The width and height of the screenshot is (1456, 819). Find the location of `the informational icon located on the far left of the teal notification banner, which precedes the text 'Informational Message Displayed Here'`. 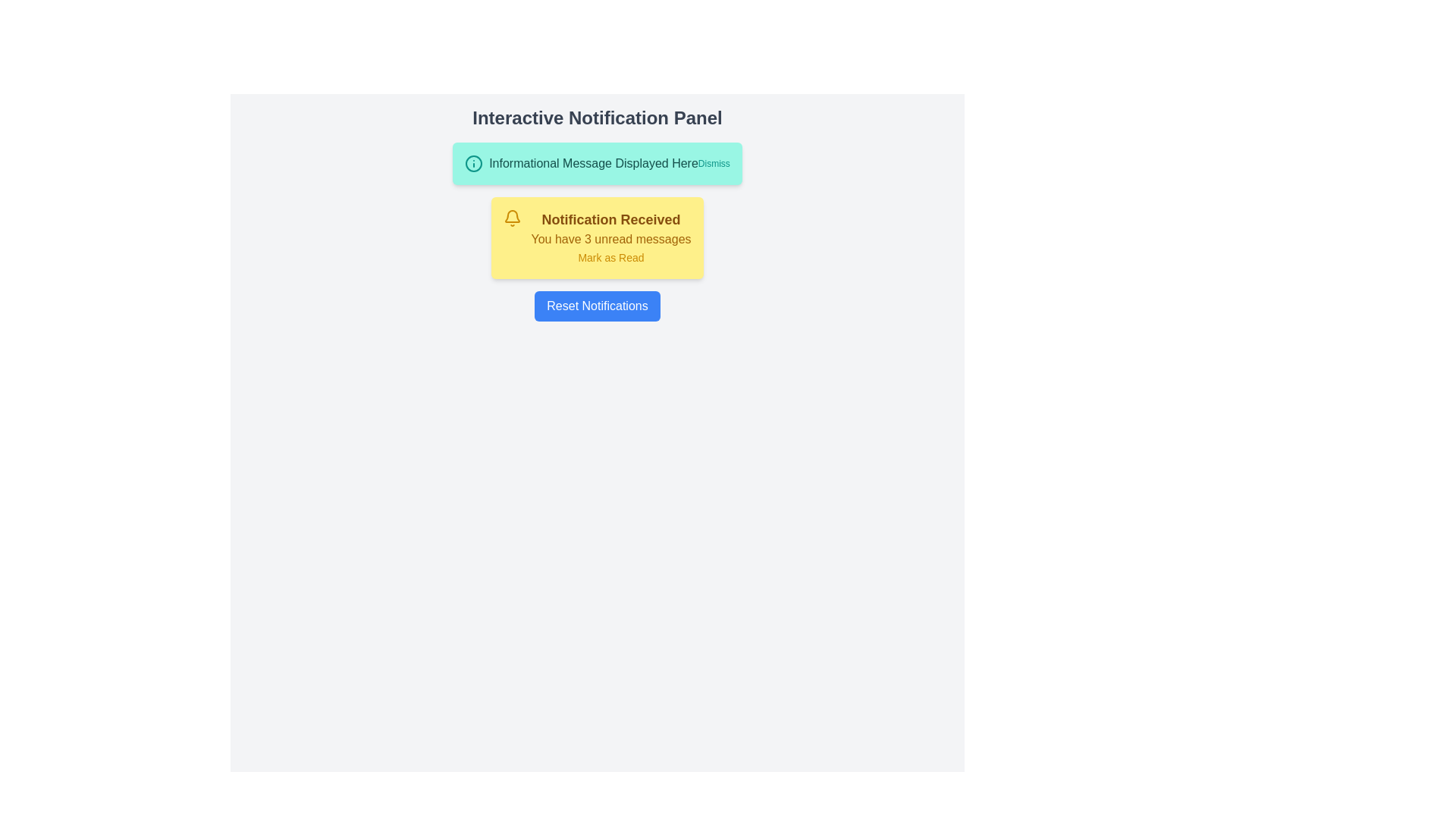

the informational icon located on the far left of the teal notification banner, which precedes the text 'Informational Message Displayed Here' is located at coordinates (473, 164).